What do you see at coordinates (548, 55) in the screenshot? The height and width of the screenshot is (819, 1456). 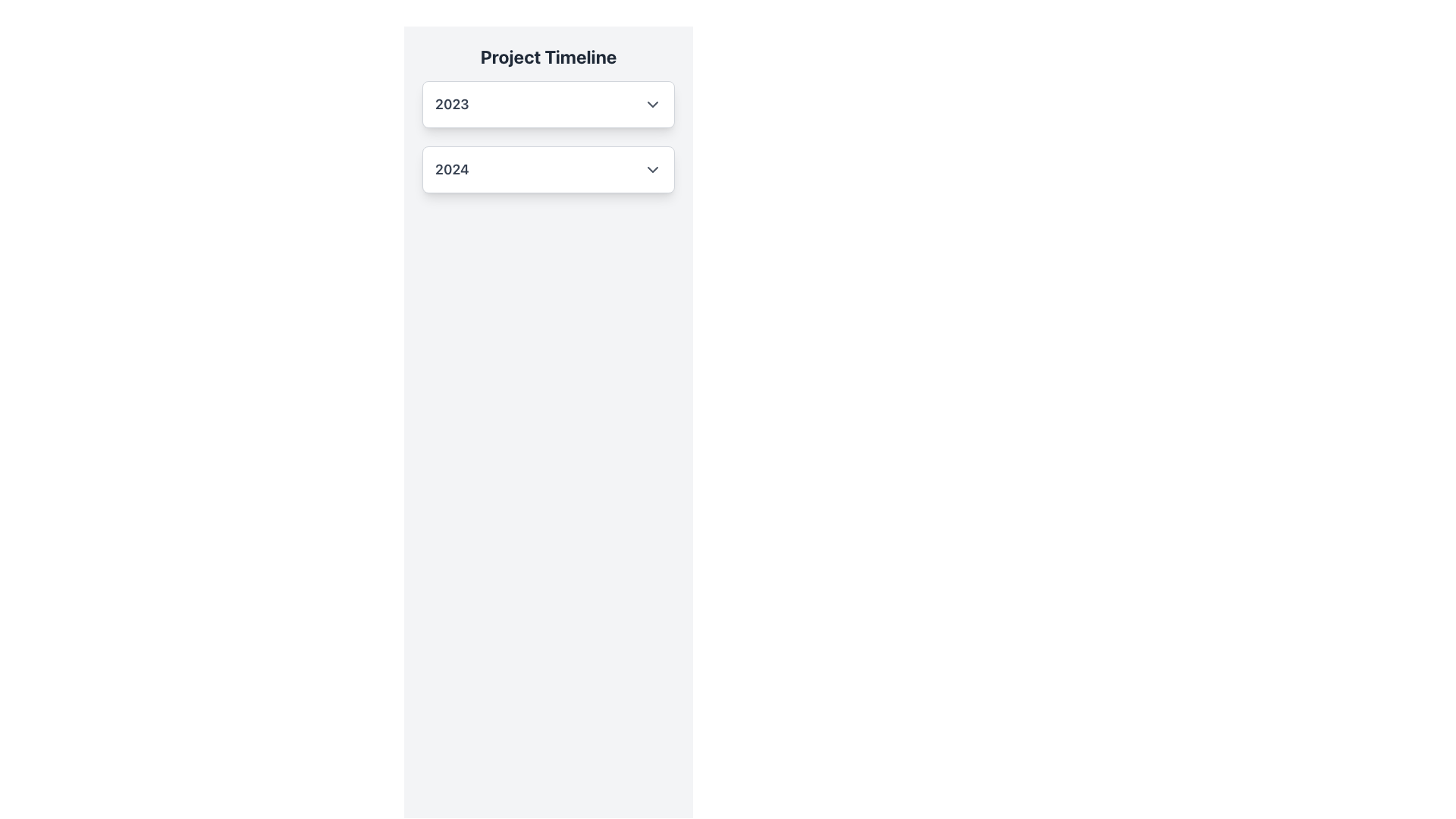 I see `the 'Project Timeline' text label, which is styled with a bold, large font in dark gray color and centered within a light gray background` at bounding box center [548, 55].